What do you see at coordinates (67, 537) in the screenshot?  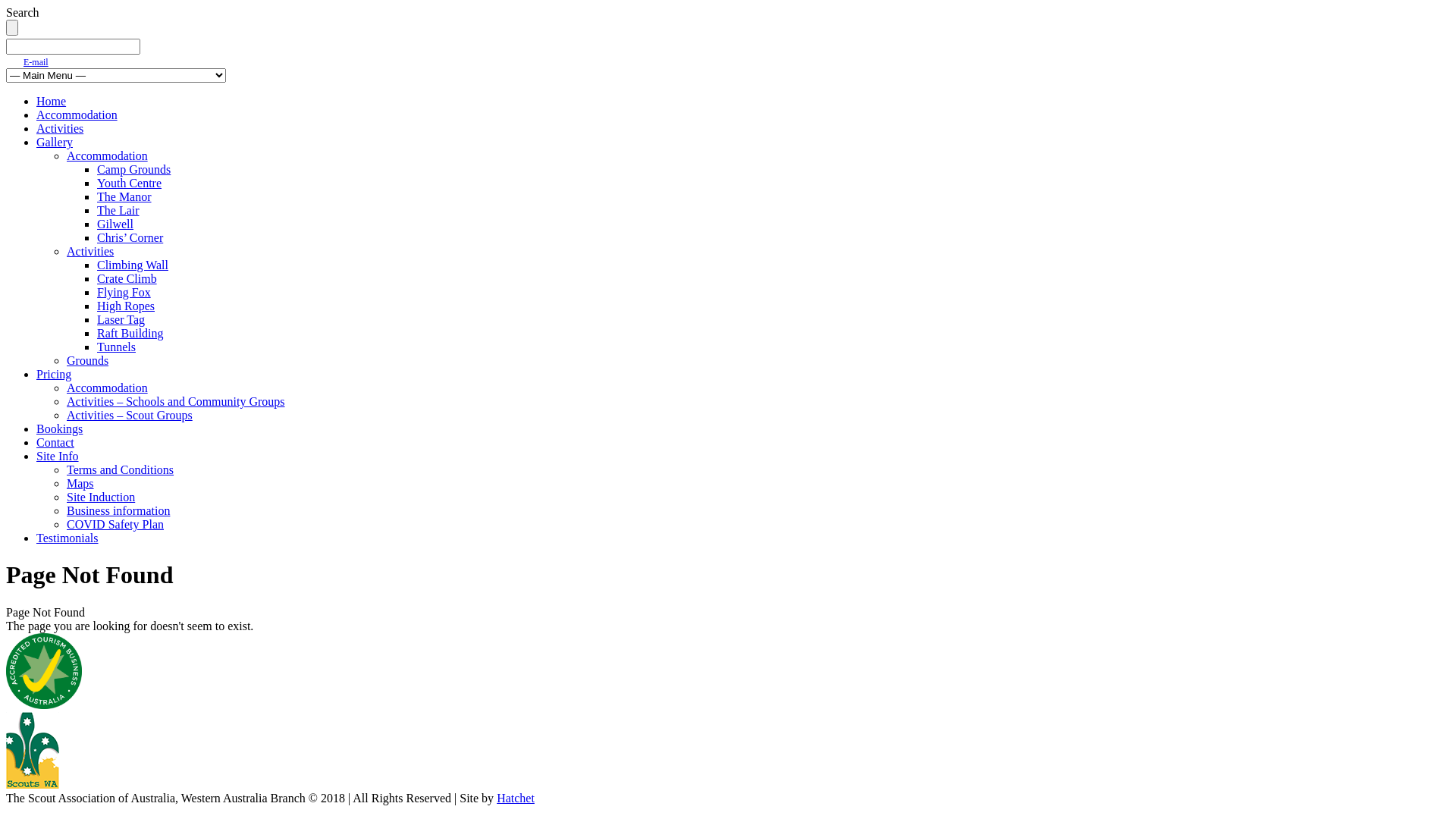 I see `'Testimonials'` at bounding box center [67, 537].